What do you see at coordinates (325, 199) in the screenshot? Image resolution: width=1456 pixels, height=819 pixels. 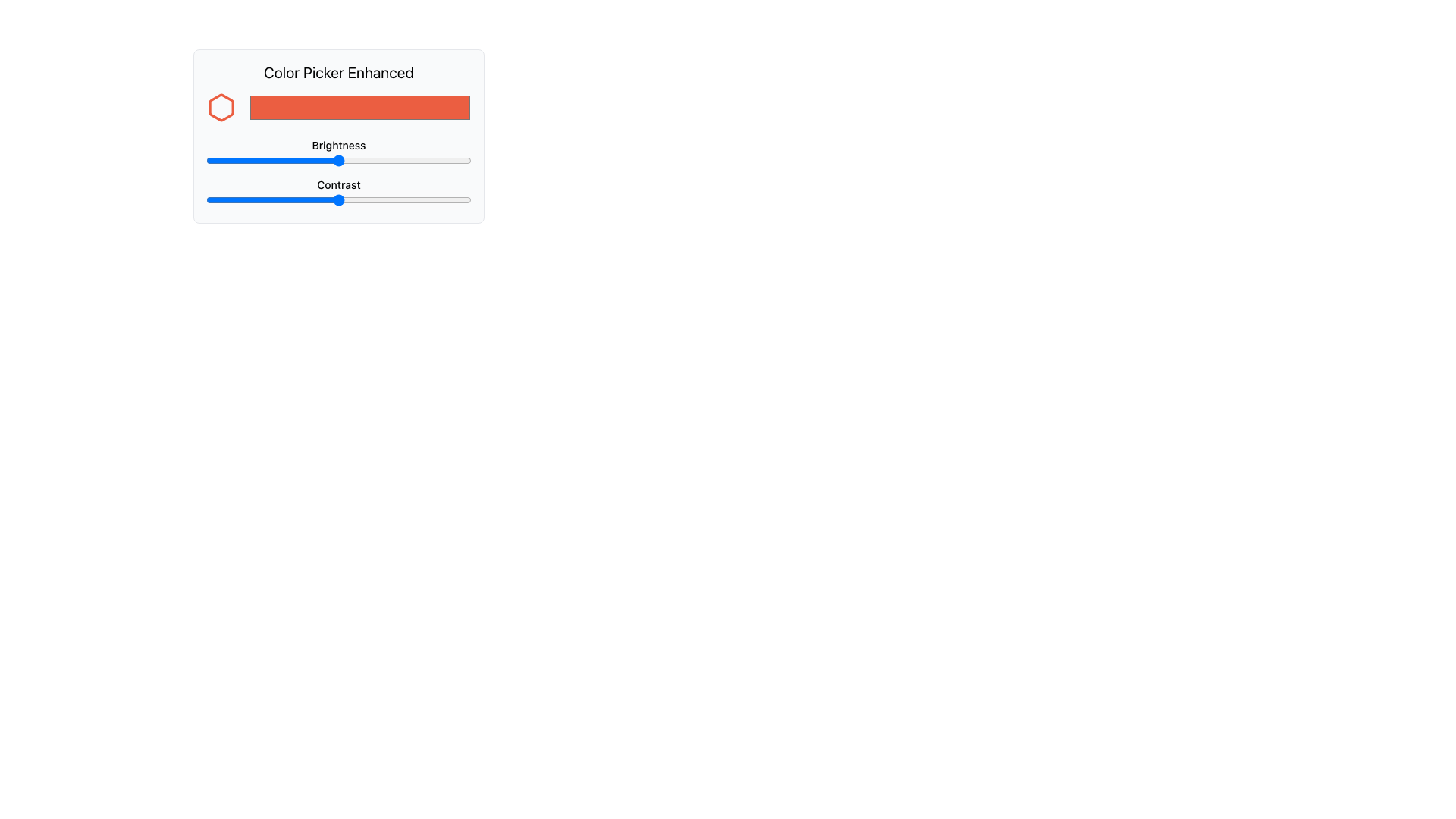 I see `contrast` at bounding box center [325, 199].